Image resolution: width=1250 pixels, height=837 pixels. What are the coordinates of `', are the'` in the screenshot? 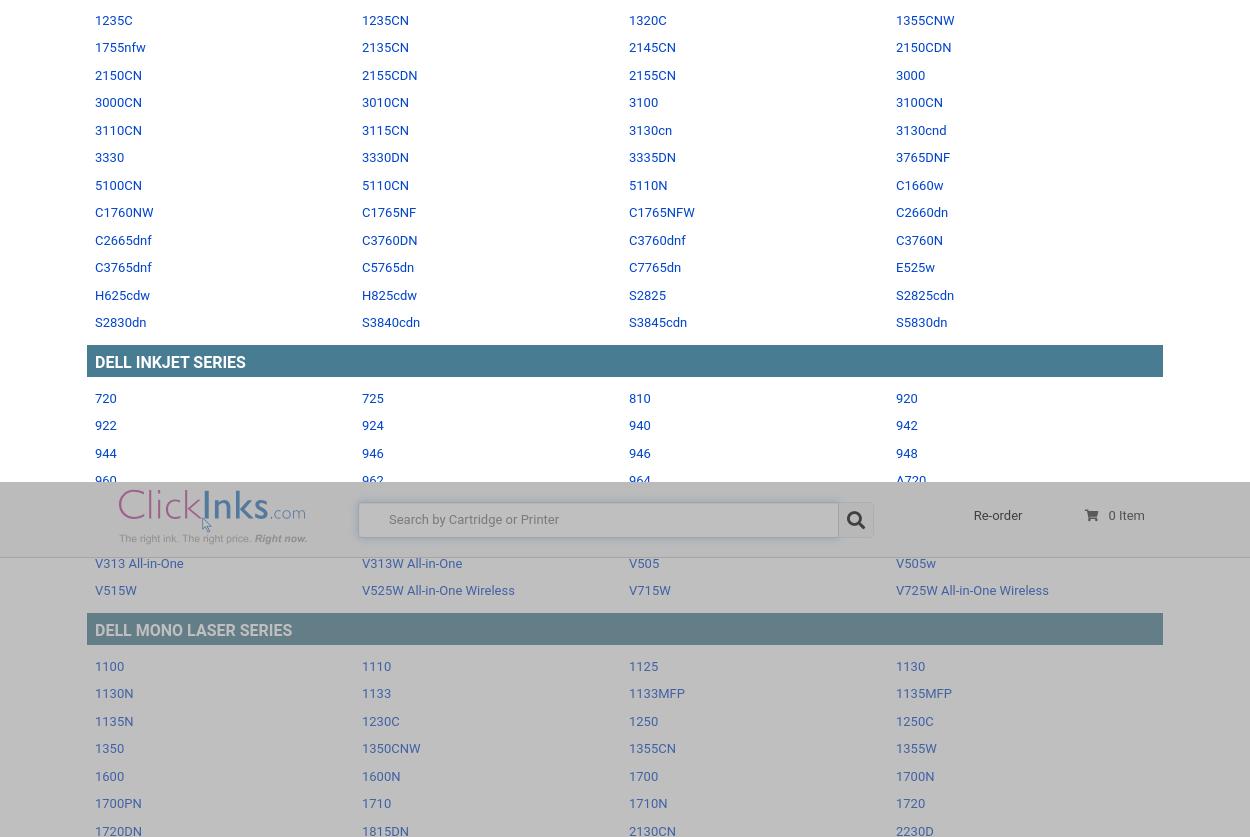 It's located at (870, 416).